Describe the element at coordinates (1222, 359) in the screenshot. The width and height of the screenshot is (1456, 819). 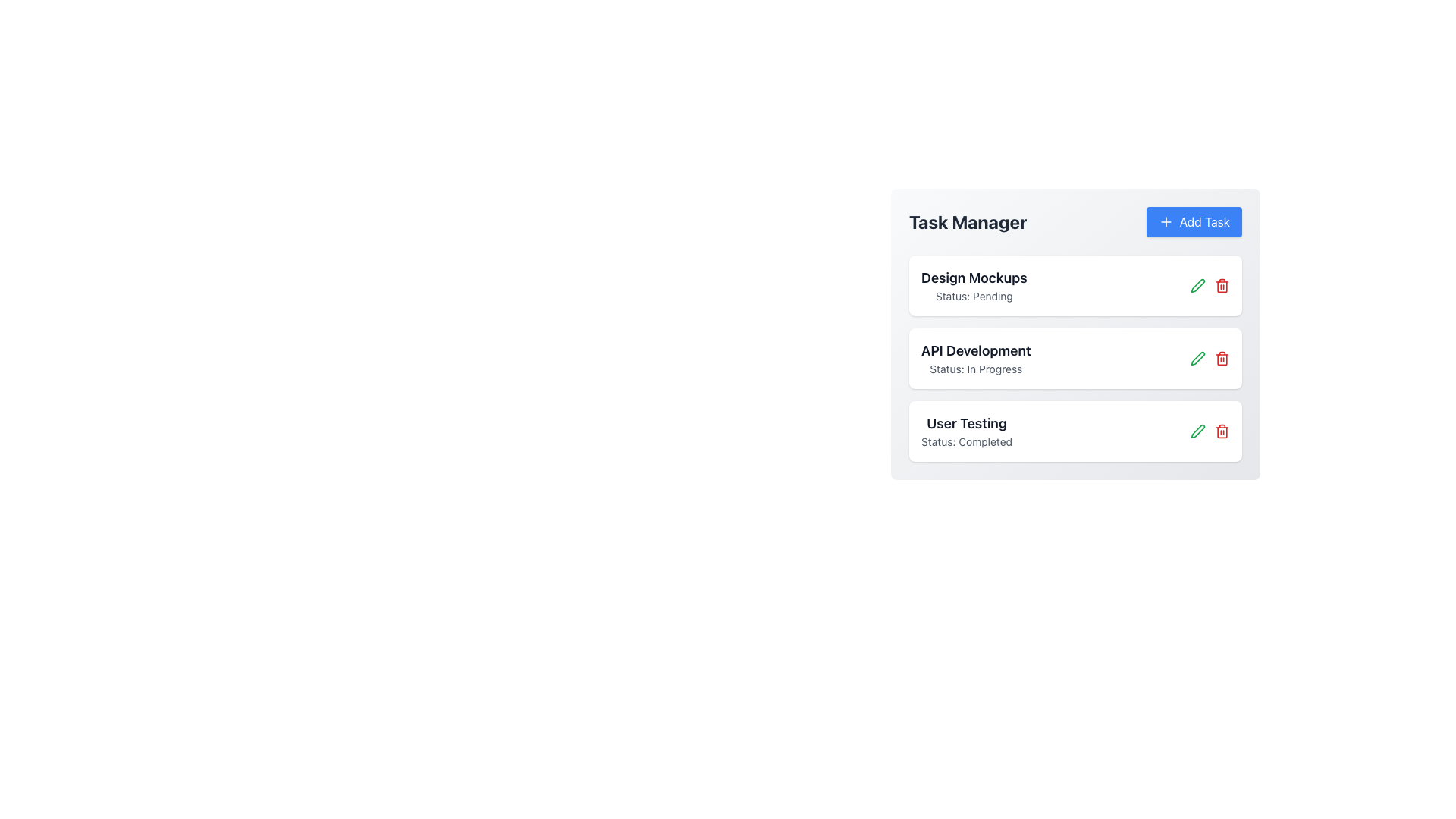
I see `the red trash bin icon button associated with the 'API Development' task` at that location.